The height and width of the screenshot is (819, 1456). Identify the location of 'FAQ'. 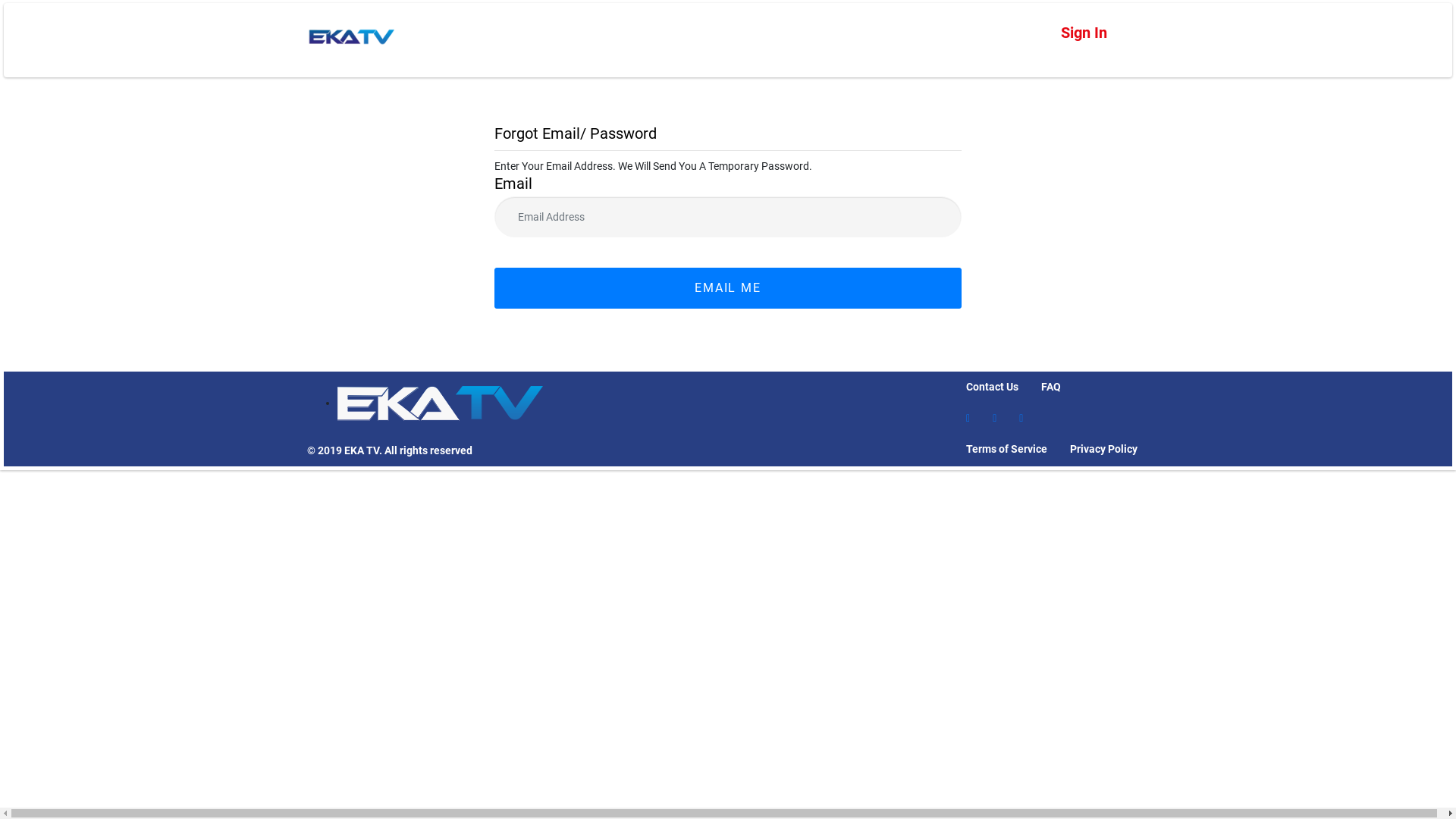
(1050, 386).